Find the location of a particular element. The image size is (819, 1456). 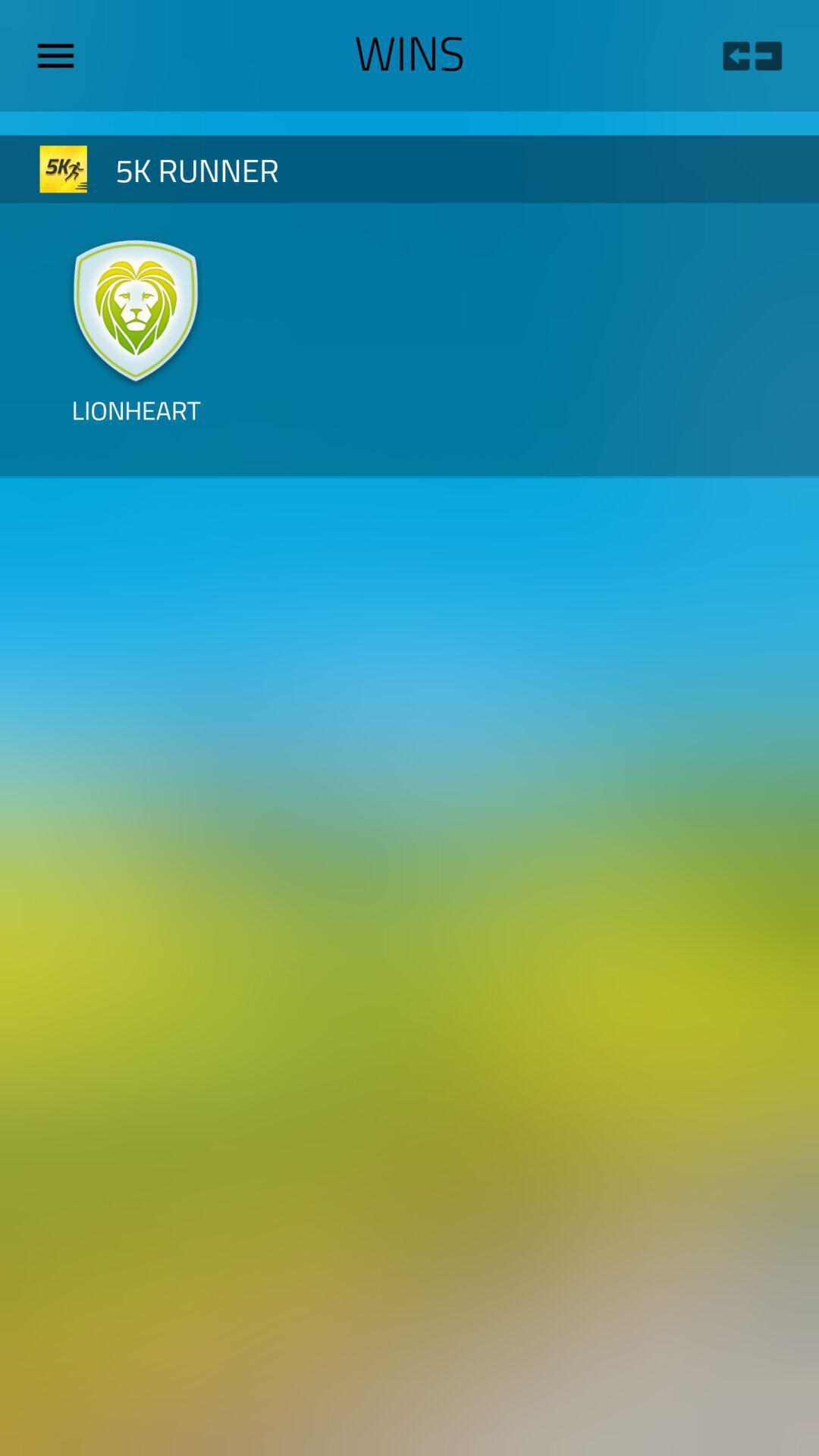

item next to wins icon is located at coordinates (752, 55).